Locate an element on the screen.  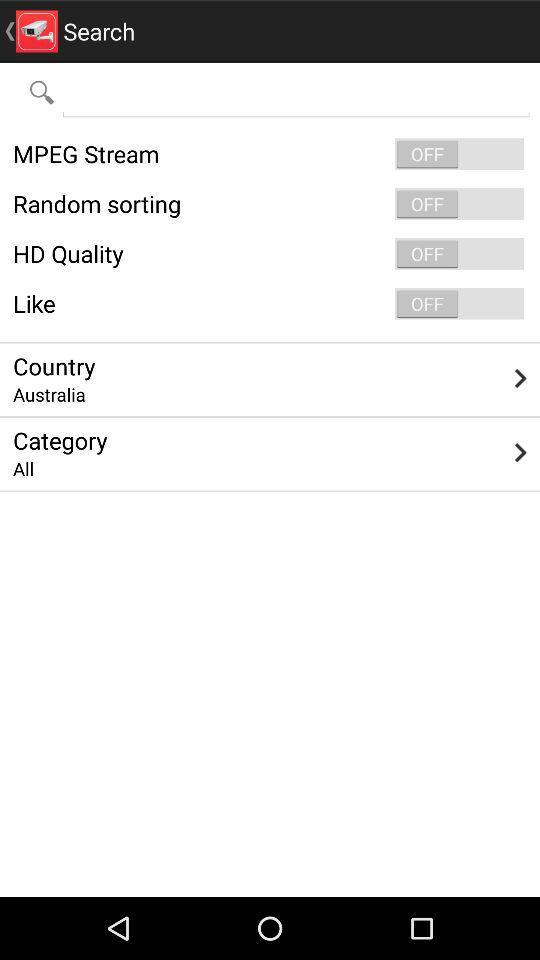
search box is located at coordinates (295, 91).